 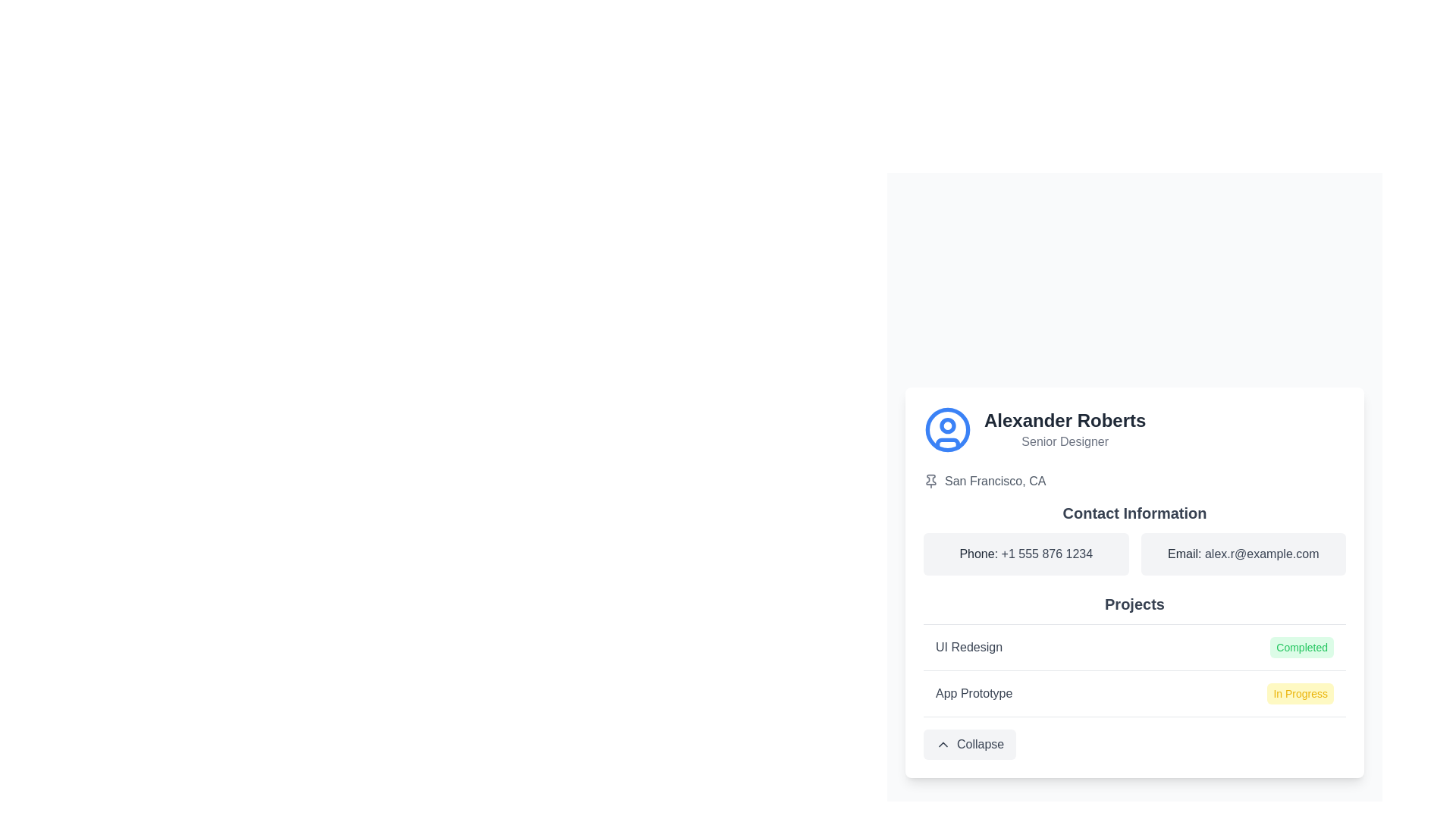 What do you see at coordinates (1134, 512) in the screenshot?
I see `text label indicating 'Contact Information', which serves as a section title for contact details including phone number and email` at bounding box center [1134, 512].